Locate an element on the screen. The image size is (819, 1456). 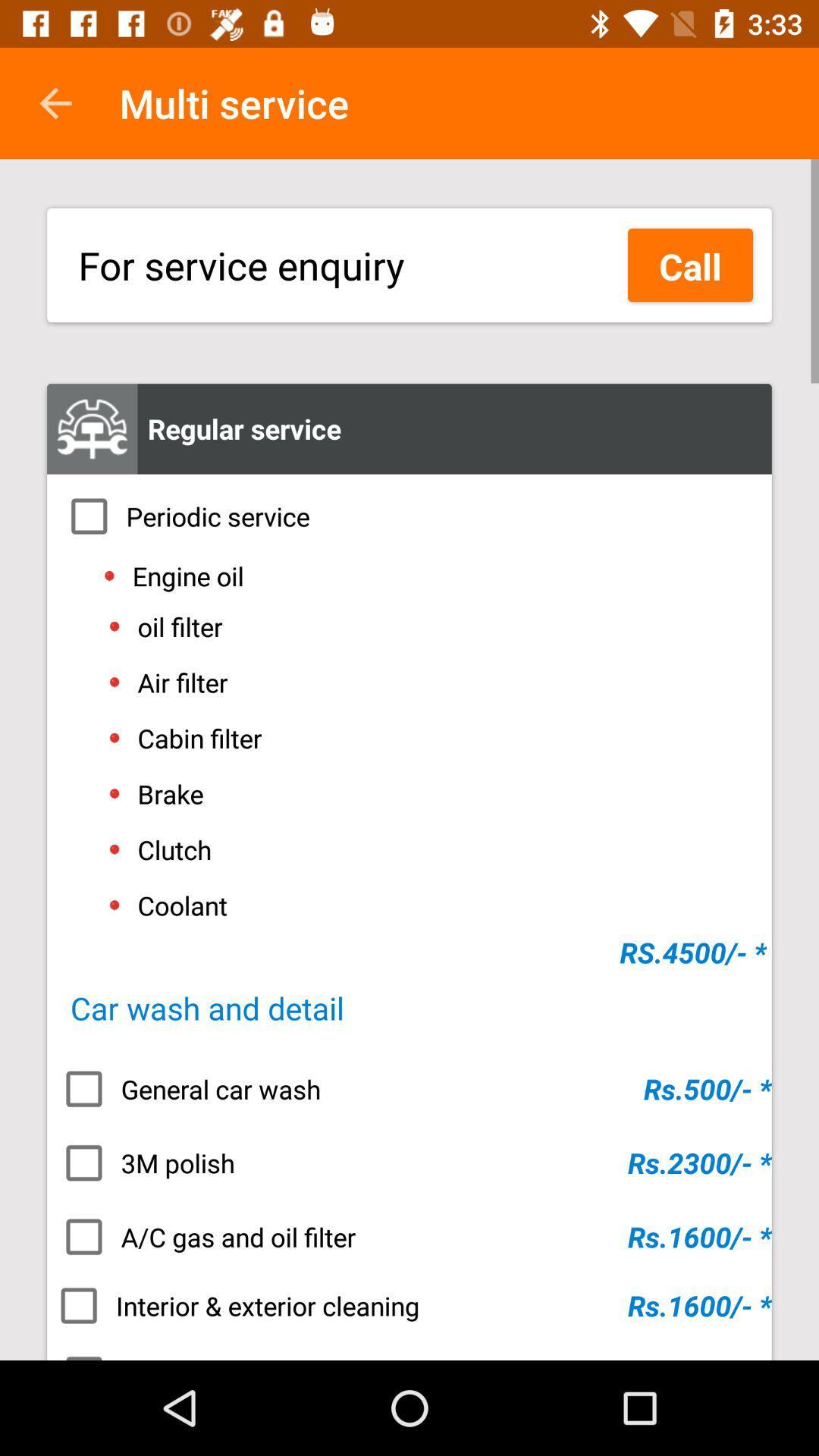
the item below the a c gas is located at coordinates (409, 1305).